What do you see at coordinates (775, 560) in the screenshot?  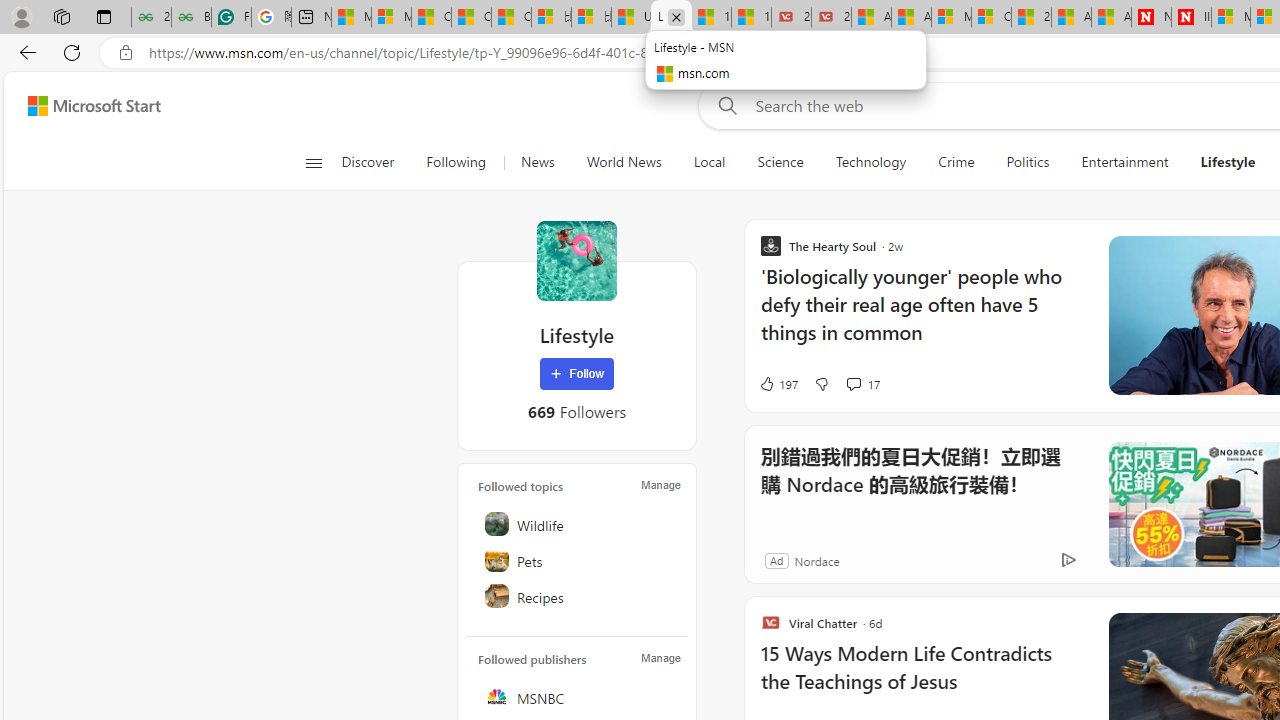 I see `'Ad'` at bounding box center [775, 560].